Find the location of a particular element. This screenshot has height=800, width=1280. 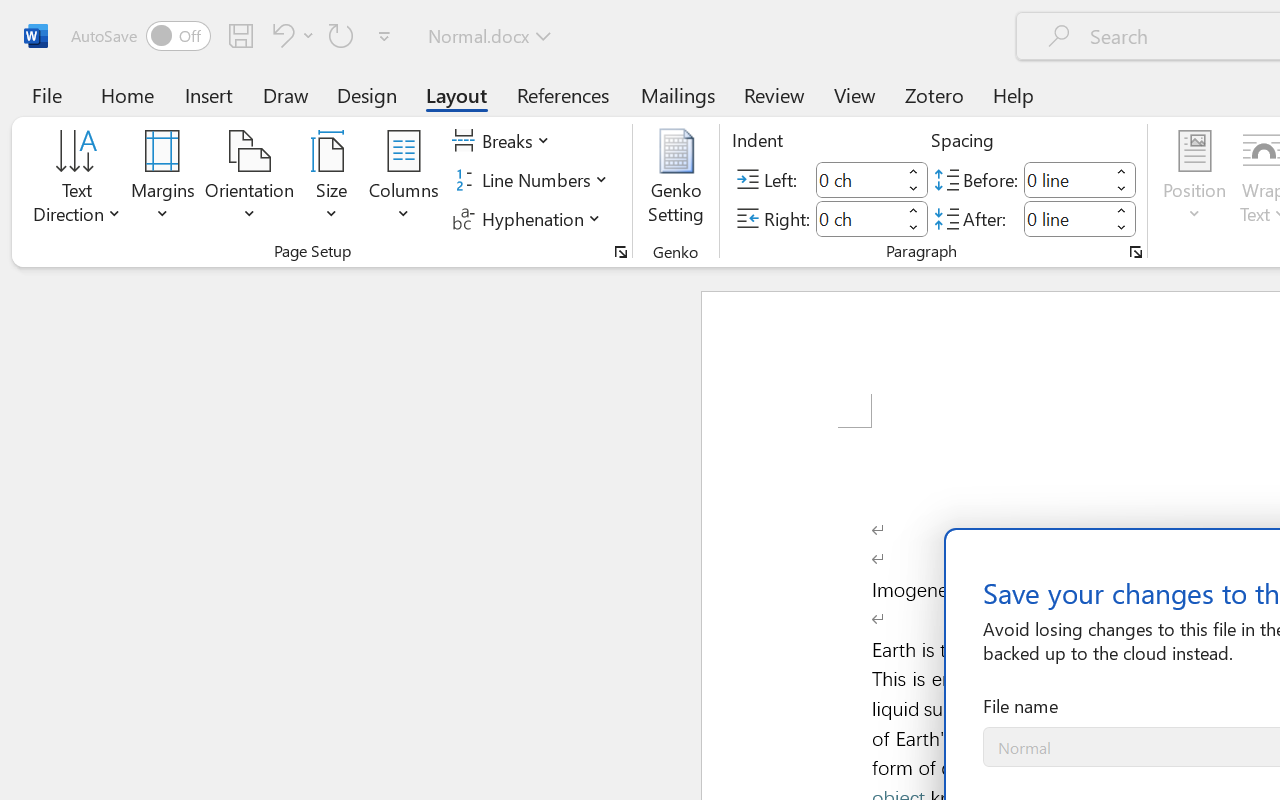

'Line Numbers' is located at coordinates (533, 179).